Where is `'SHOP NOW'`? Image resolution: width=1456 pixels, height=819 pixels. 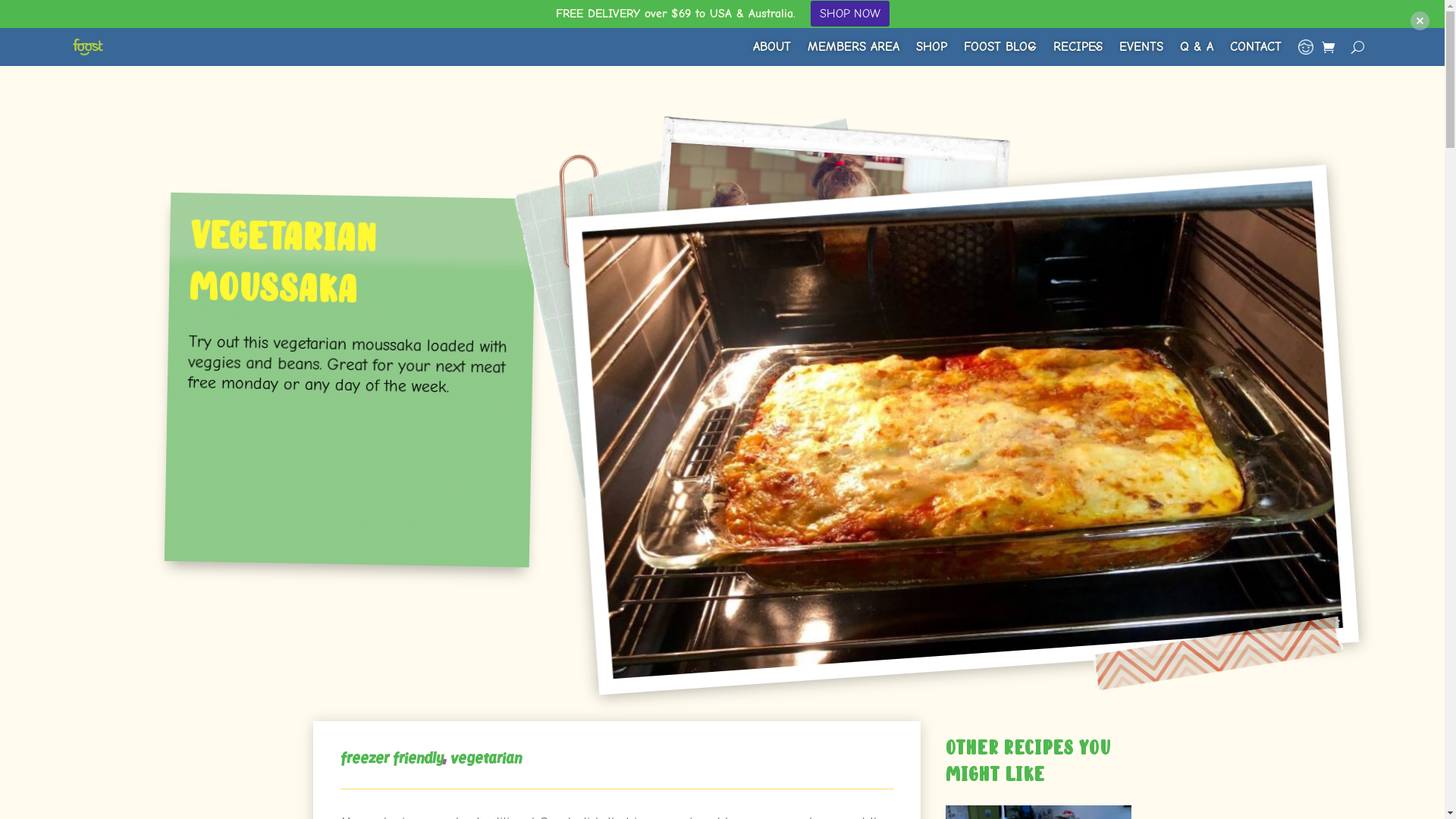
'SHOP NOW' is located at coordinates (848, 14).